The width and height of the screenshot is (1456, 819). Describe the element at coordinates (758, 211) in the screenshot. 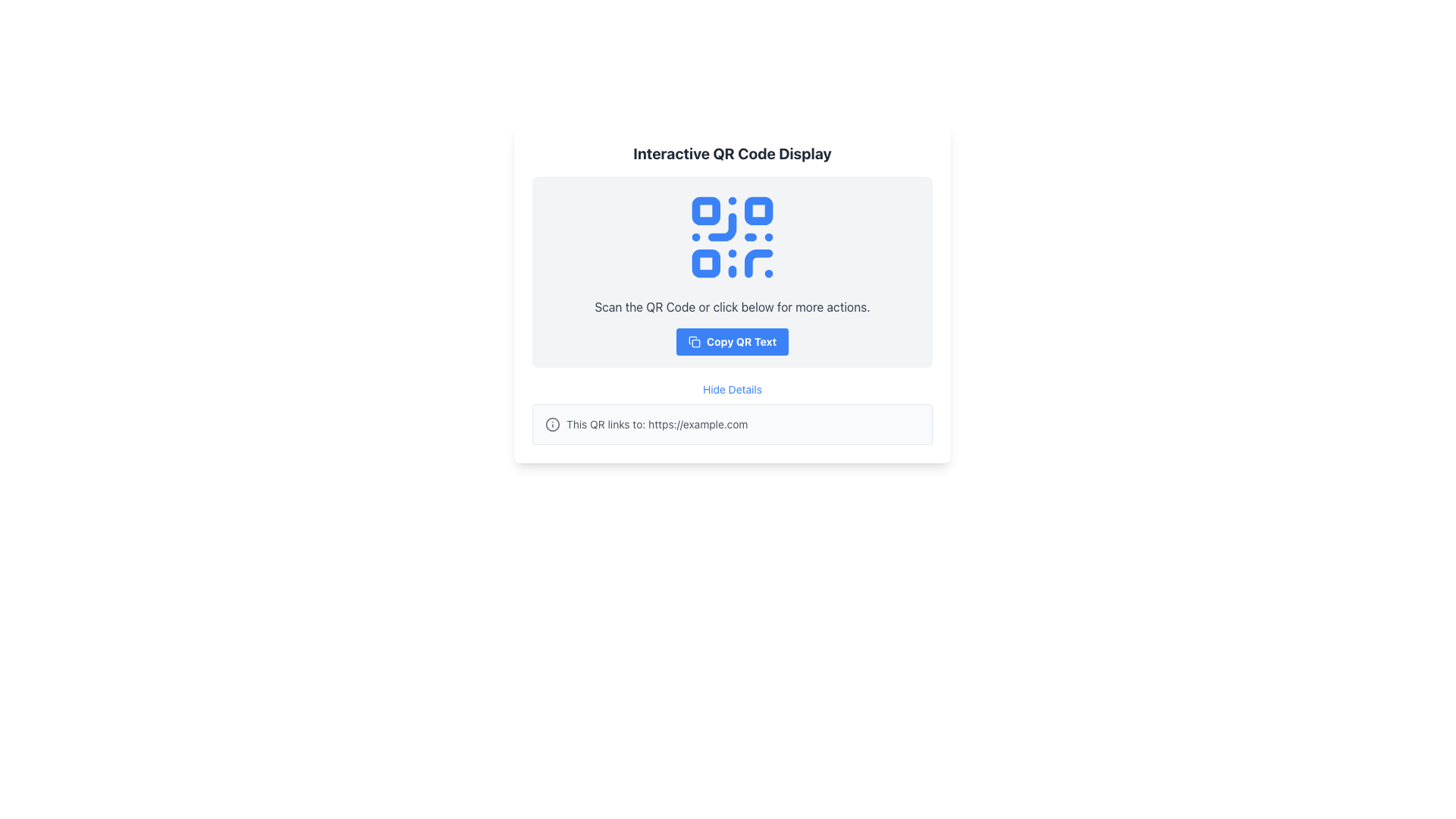

I see `the Decorative QR code square, which is a small, blue, rounded square located at the top right of the QR code graphic` at that location.